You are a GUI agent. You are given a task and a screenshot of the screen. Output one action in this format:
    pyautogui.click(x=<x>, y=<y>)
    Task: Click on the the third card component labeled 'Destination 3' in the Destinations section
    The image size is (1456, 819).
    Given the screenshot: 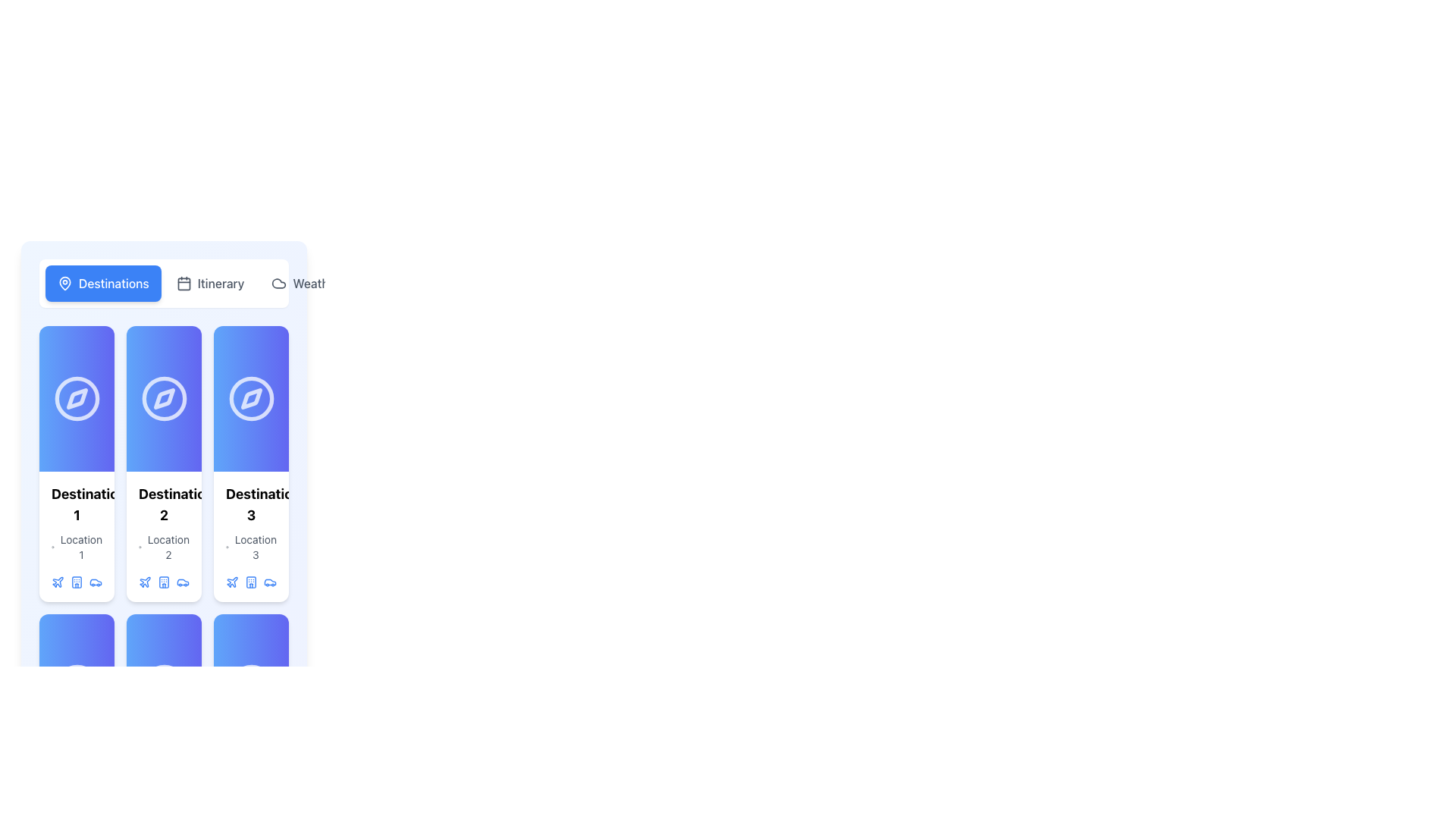 What is the action you would take?
    pyautogui.click(x=251, y=463)
    